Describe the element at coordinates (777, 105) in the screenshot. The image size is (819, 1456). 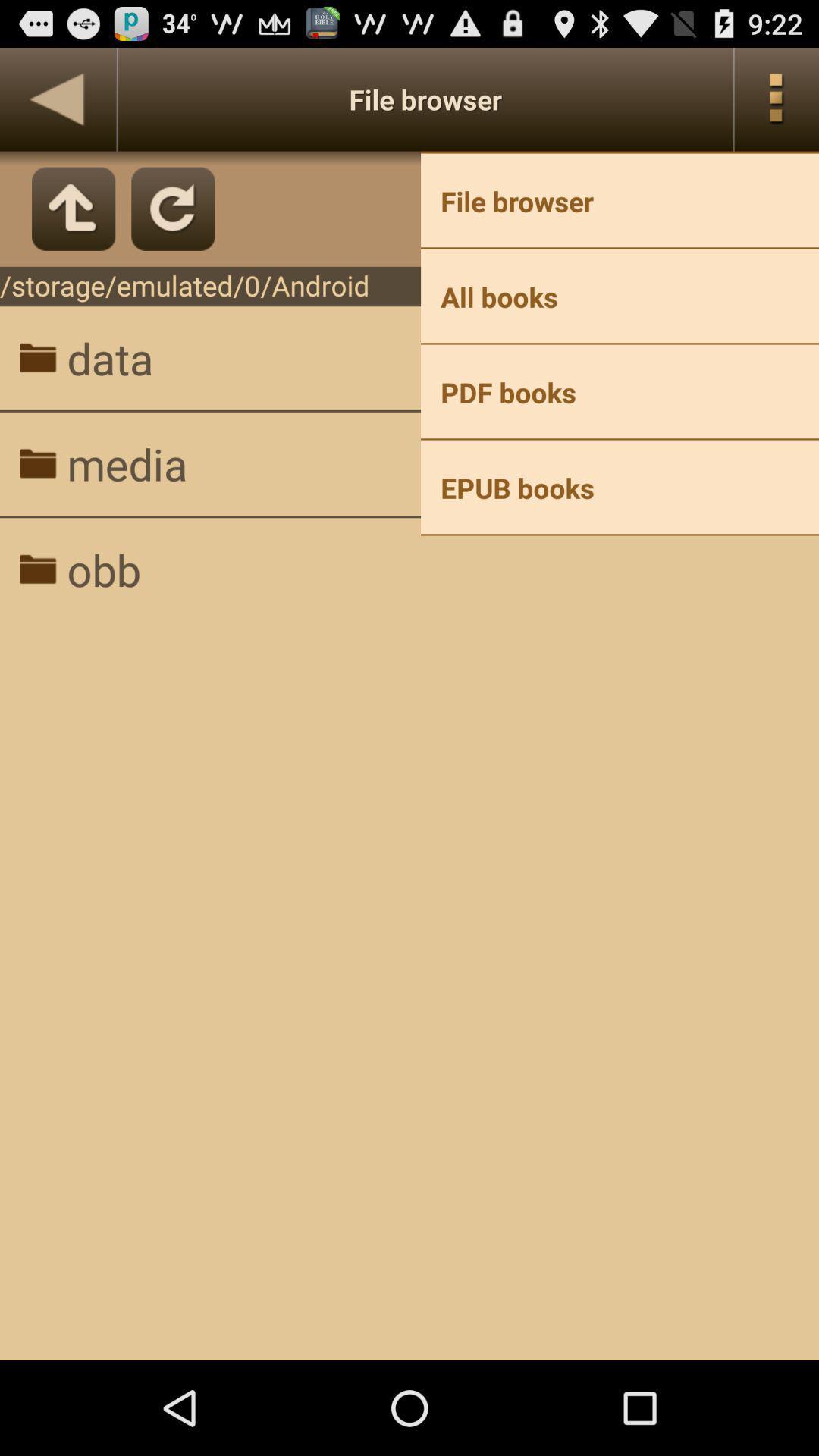
I see `the more icon` at that location.